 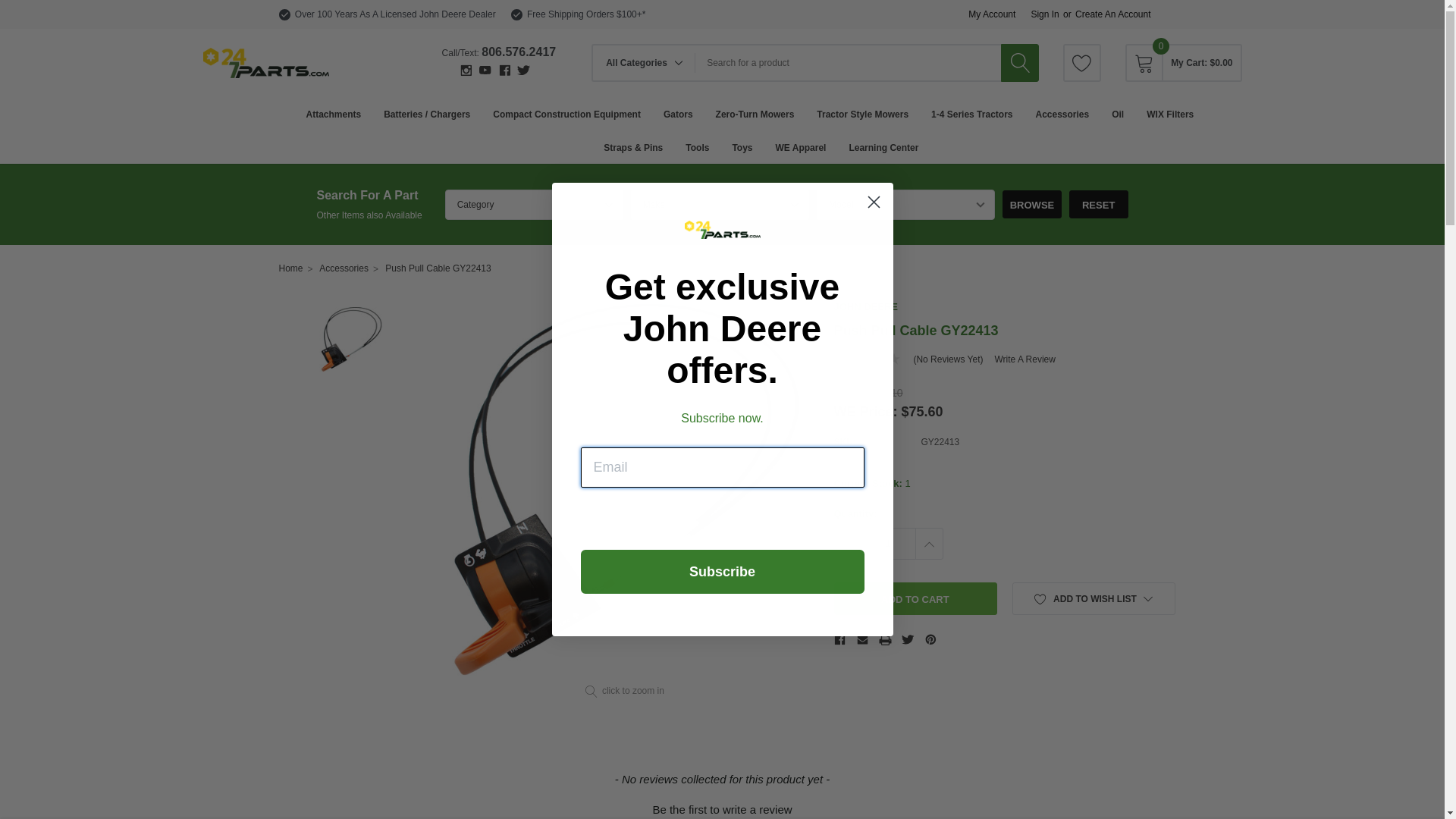 What do you see at coordinates (1112, 14) in the screenshot?
I see `'Create An Account'` at bounding box center [1112, 14].